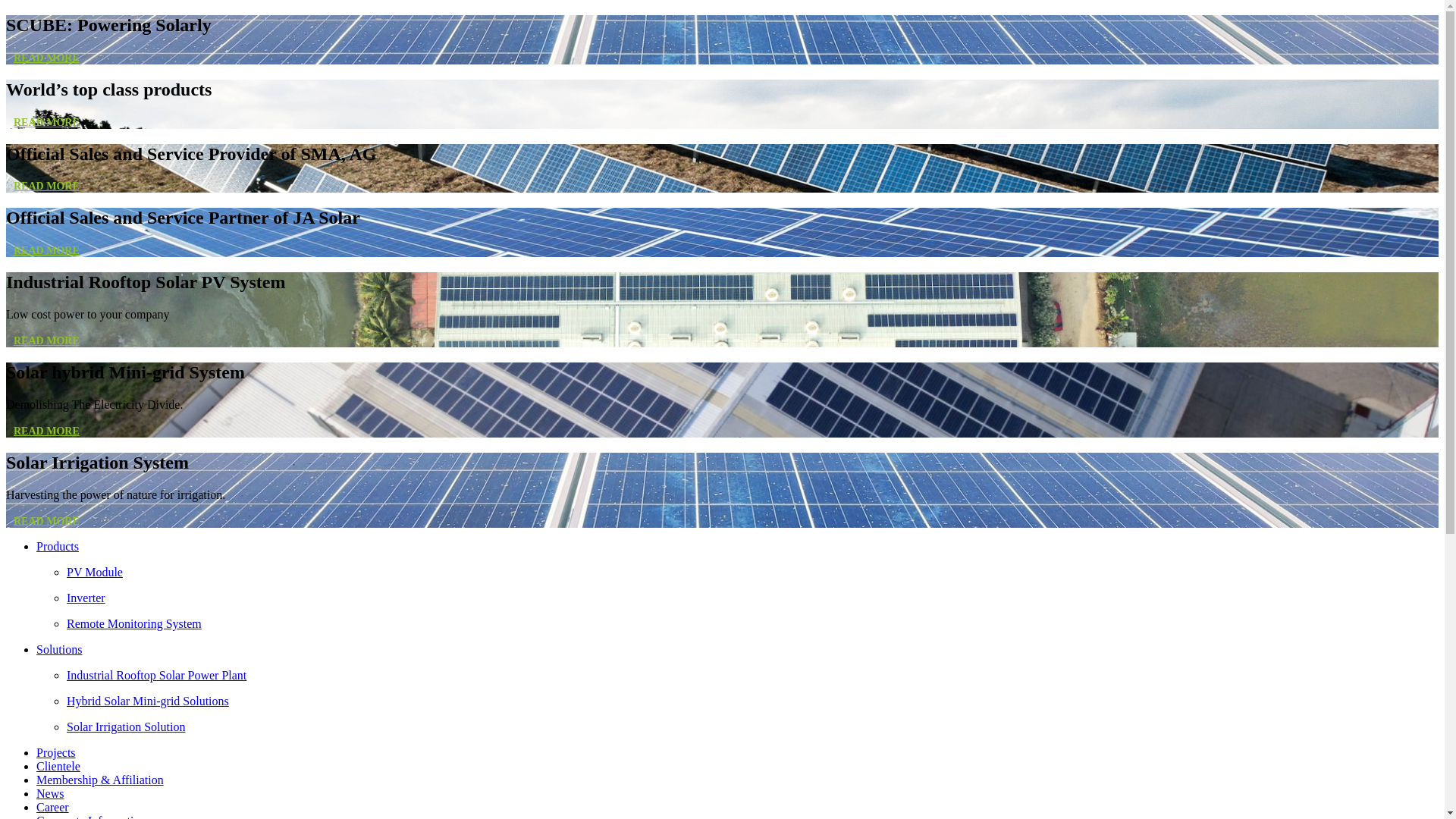  What do you see at coordinates (46, 57) in the screenshot?
I see `'READ MORE'` at bounding box center [46, 57].